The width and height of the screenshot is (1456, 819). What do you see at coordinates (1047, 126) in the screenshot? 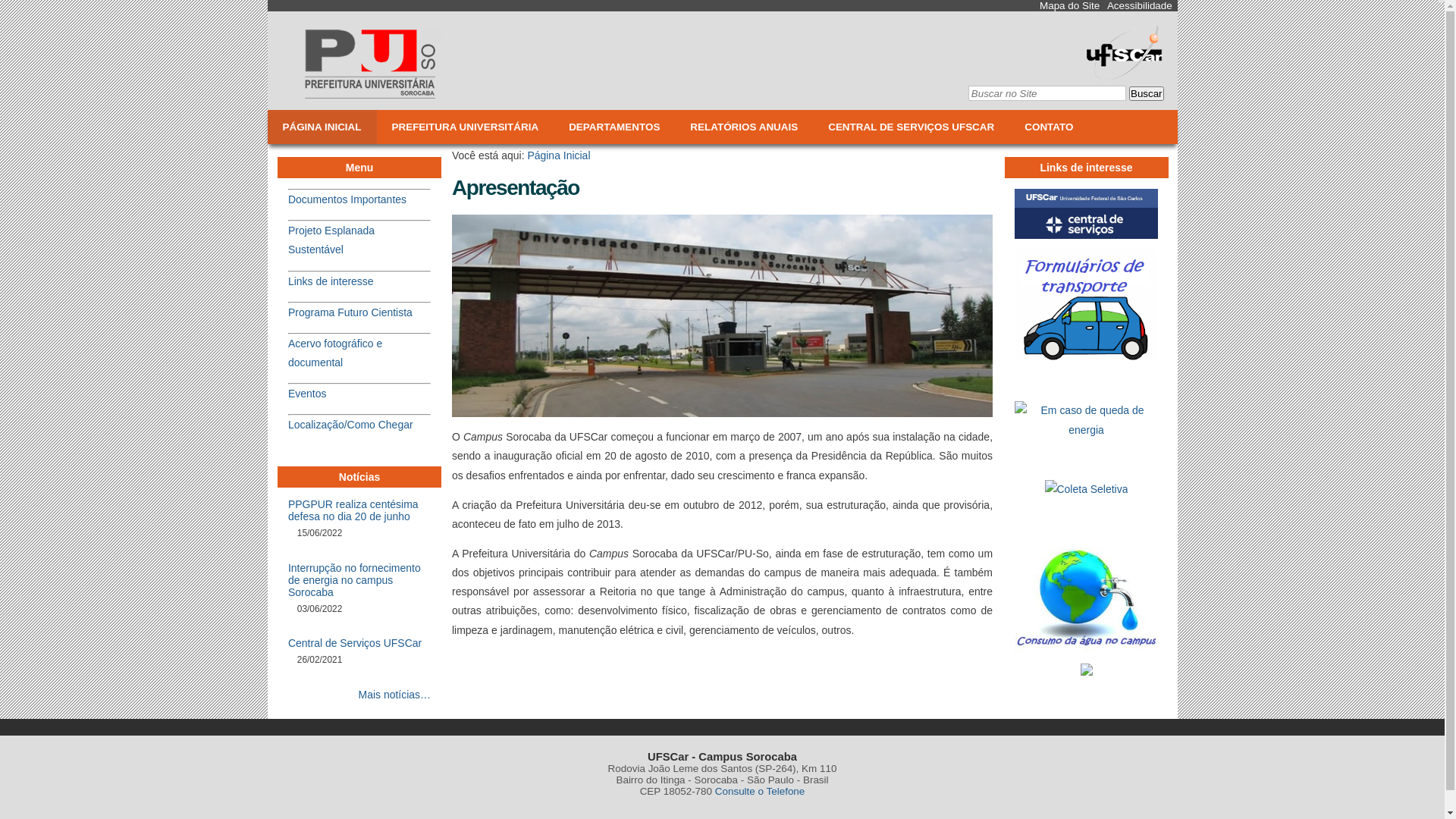
I see `'CONTATO'` at bounding box center [1047, 126].